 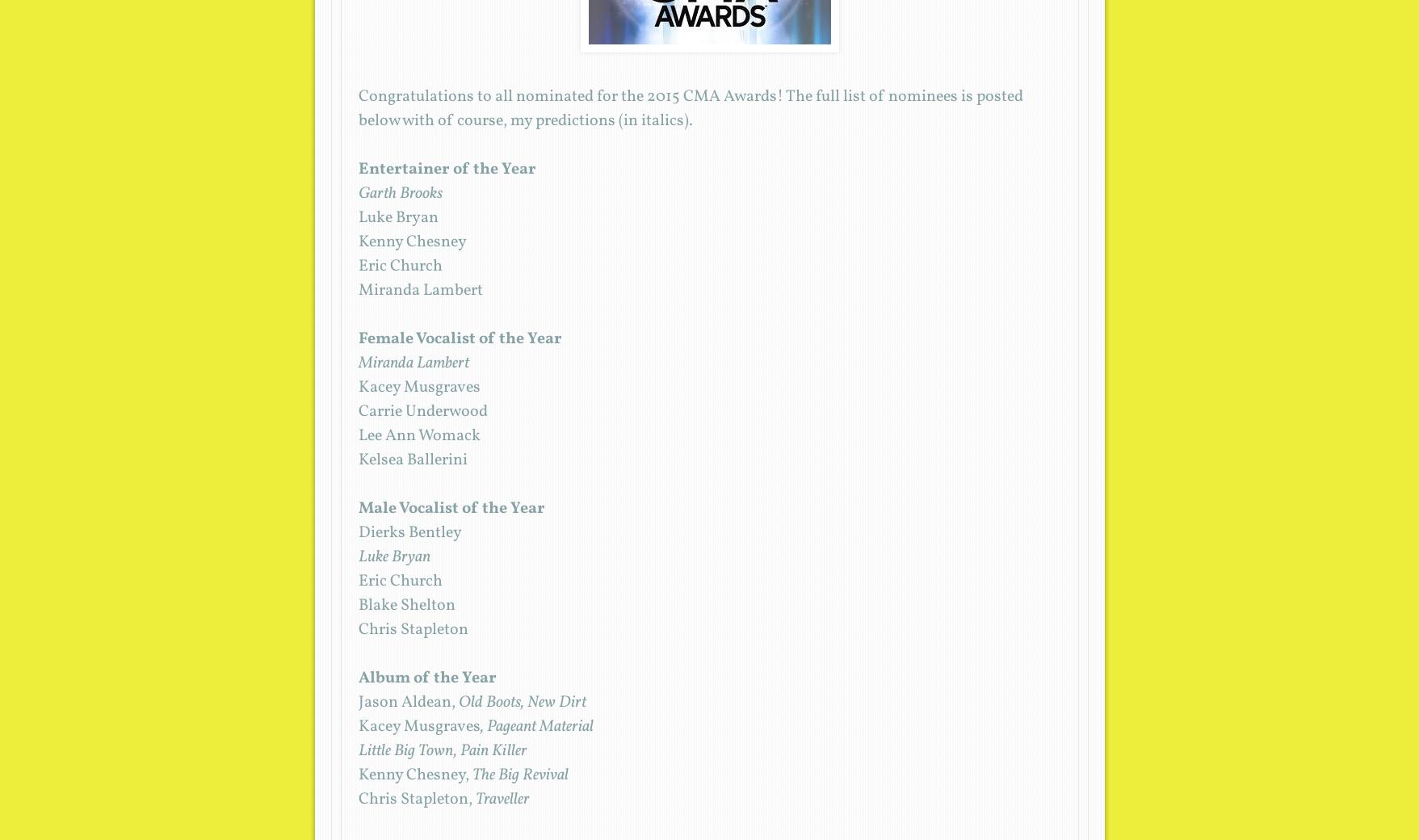 What do you see at coordinates (442, 750) in the screenshot?
I see `'Little Big Town, Pain Killer'` at bounding box center [442, 750].